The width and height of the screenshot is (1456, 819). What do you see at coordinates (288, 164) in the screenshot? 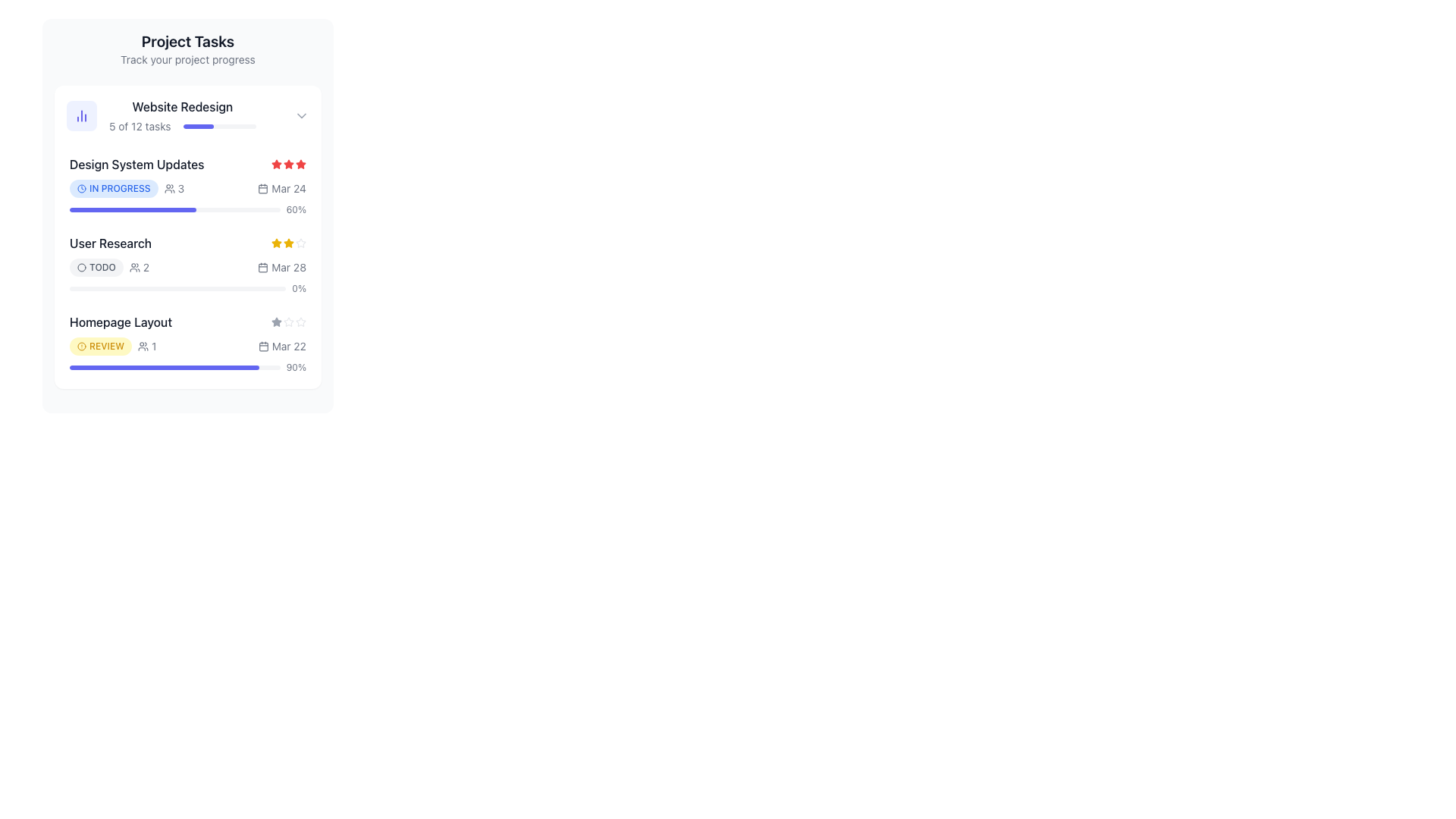
I see `the third star icon in the interactive rating system, located next to the 'Design System Updates' task entry` at bounding box center [288, 164].